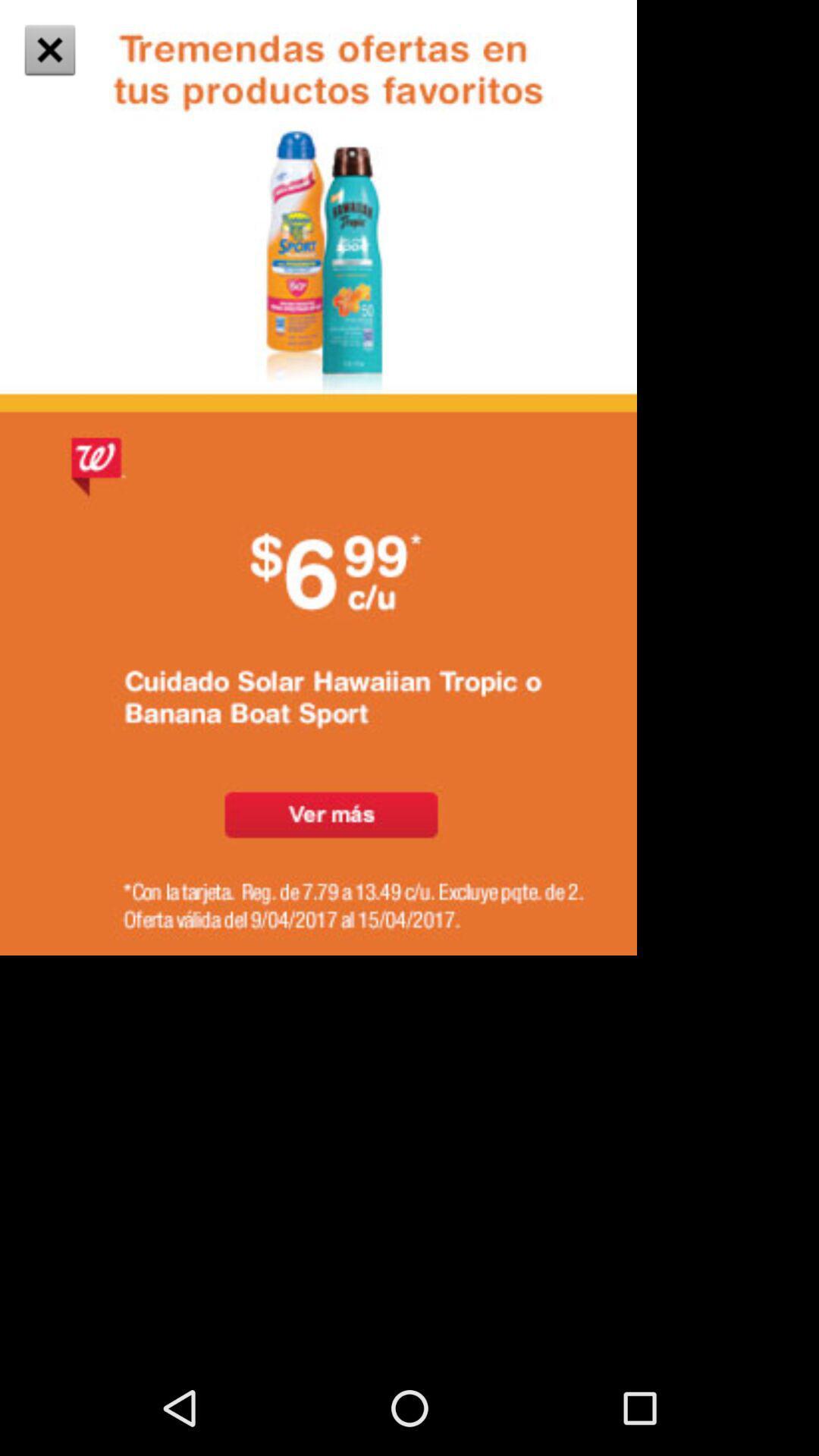 The height and width of the screenshot is (1456, 819). Describe the element at coordinates (69, 74) in the screenshot. I see `the close icon` at that location.